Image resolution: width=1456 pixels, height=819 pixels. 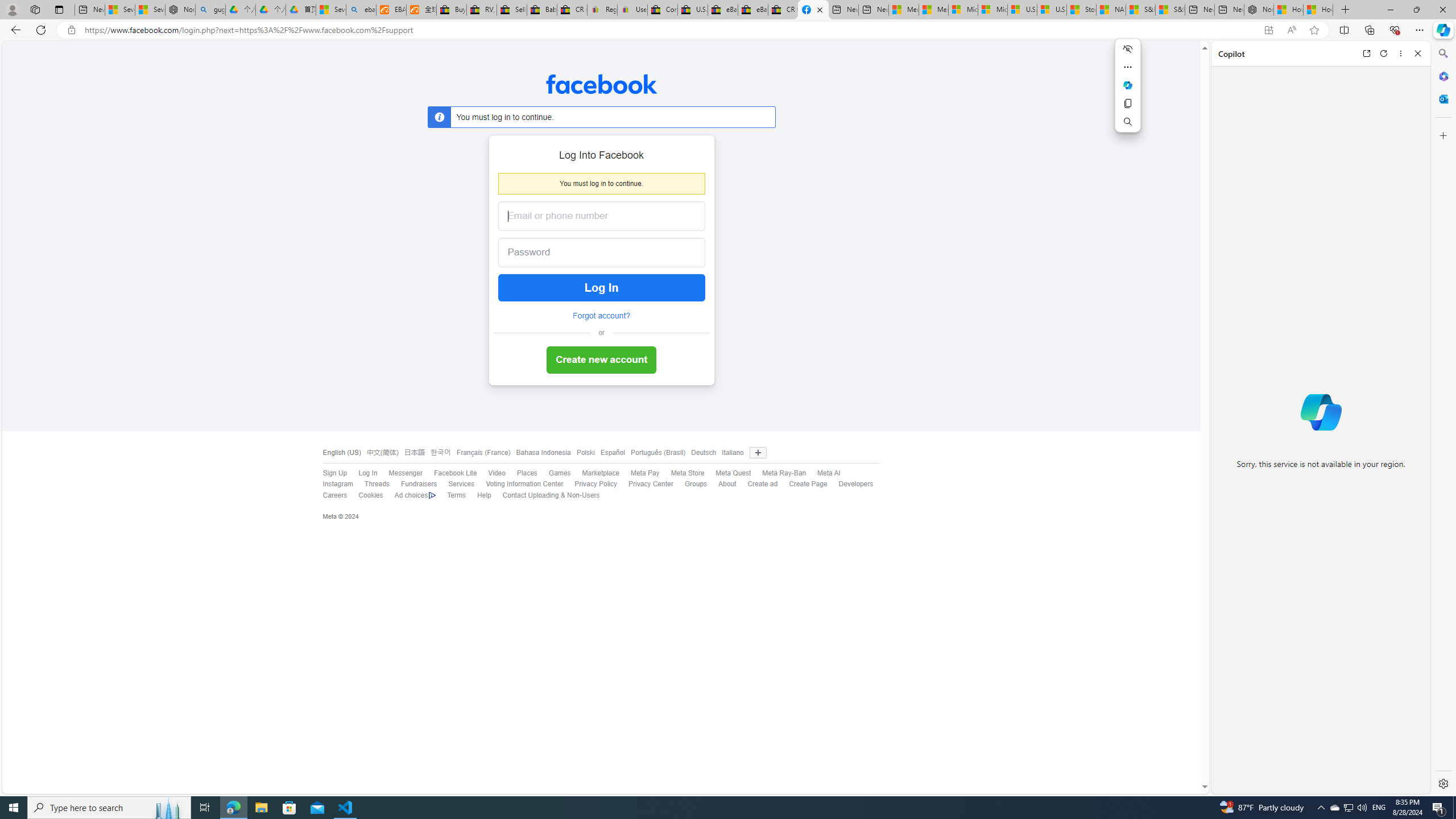 What do you see at coordinates (1366, 53) in the screenshot?
I see `'Open link in new tab'` at bounding box center [1366, 53].